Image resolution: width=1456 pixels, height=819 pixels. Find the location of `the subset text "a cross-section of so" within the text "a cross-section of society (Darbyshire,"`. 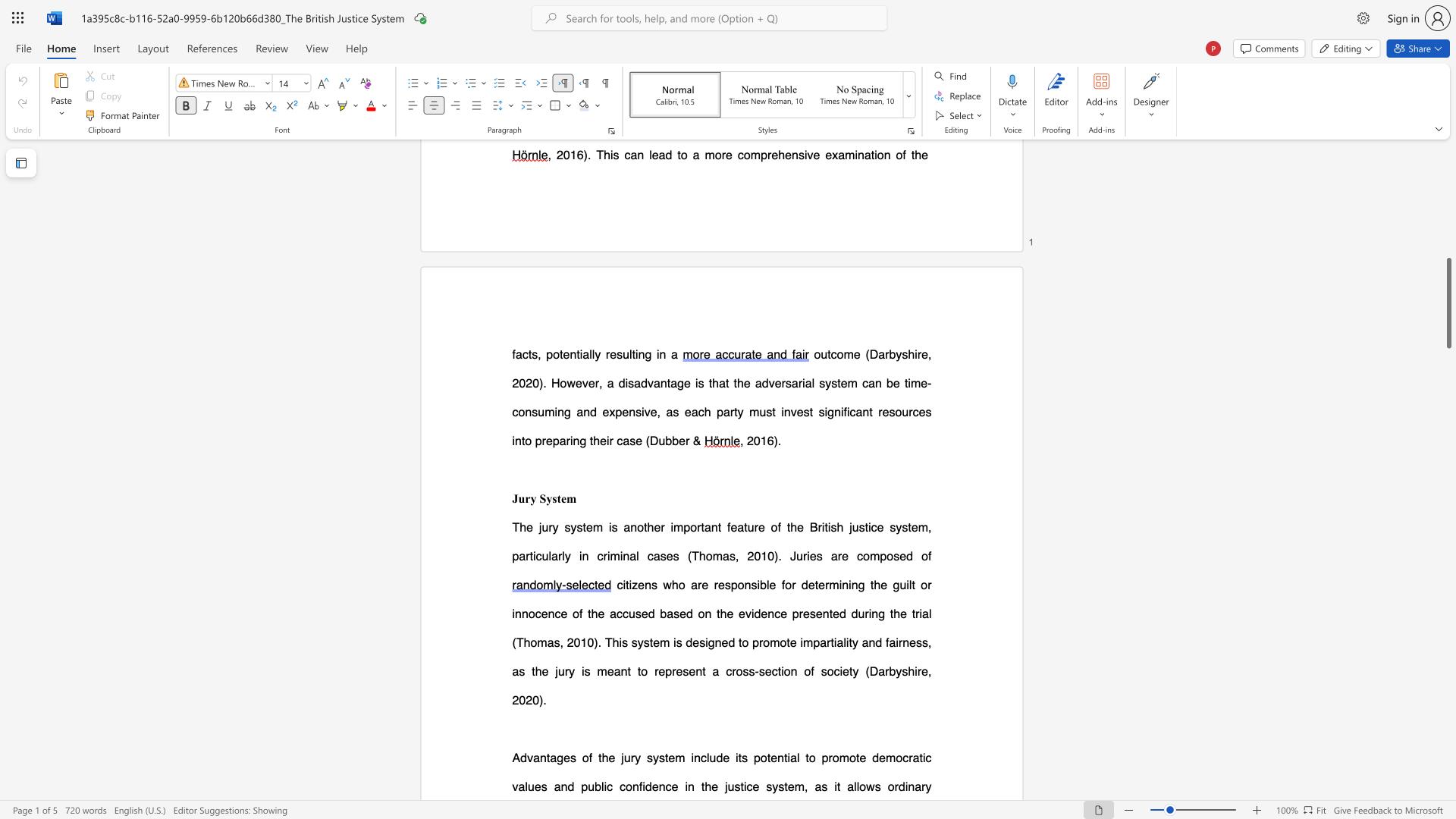

the subset text "a cross-section of so" within the text "a cross-section of society (Darbyshire," is located at coordinates (711, 670).